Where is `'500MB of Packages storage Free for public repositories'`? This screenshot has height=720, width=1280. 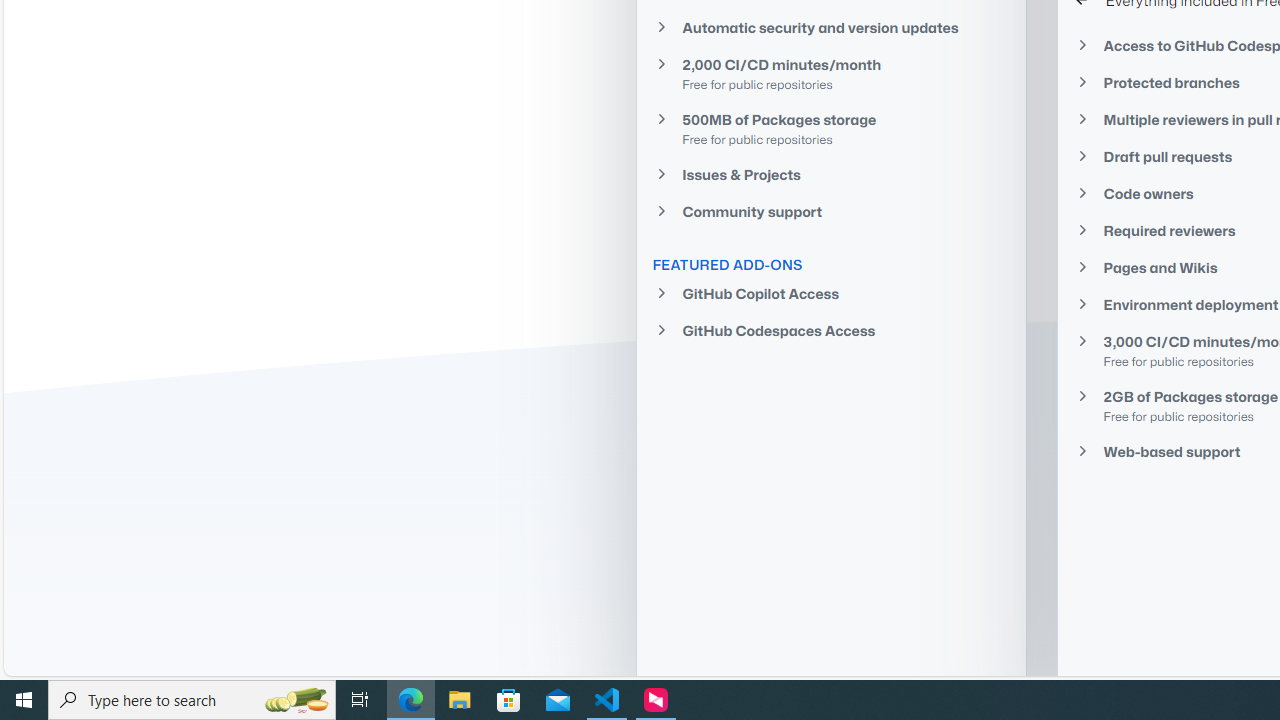
'500MB of Packages storage Free for public repositories' is located at coordinates (830, 128).